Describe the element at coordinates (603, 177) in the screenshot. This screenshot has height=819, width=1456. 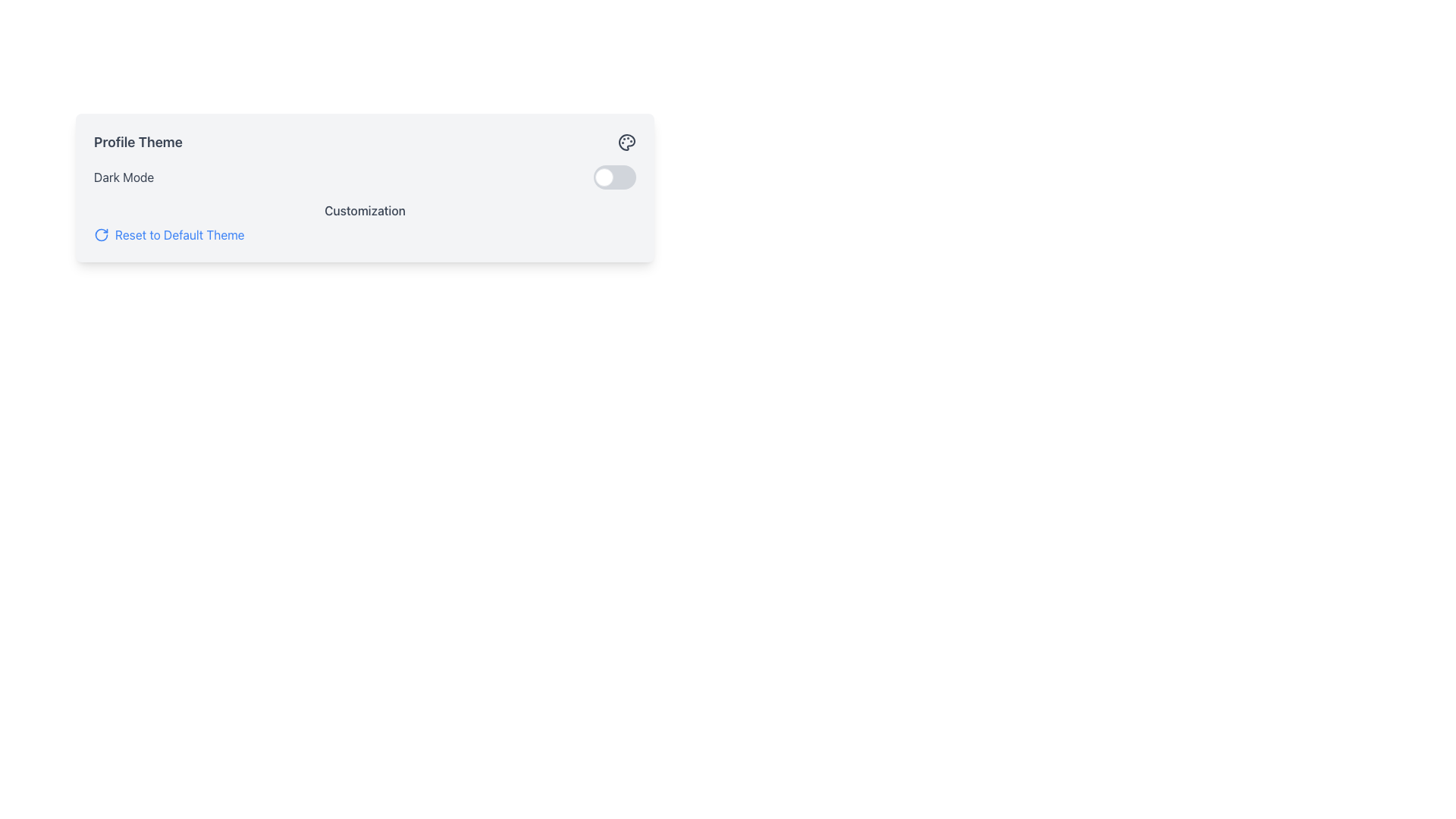
I see `the circular switch knob of the Dark Mode toggle switch from its current position` at that location.